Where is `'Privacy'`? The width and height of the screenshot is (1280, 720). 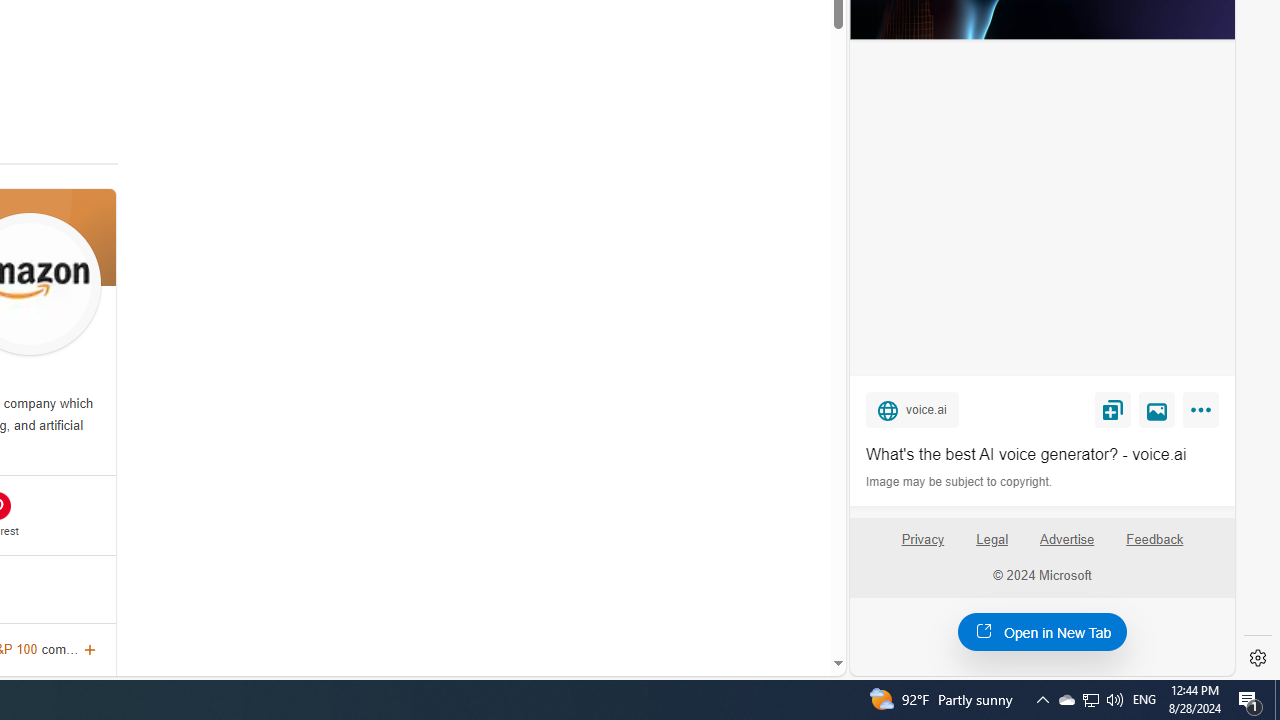
'Privacy' is located at coordinates (921, 547).